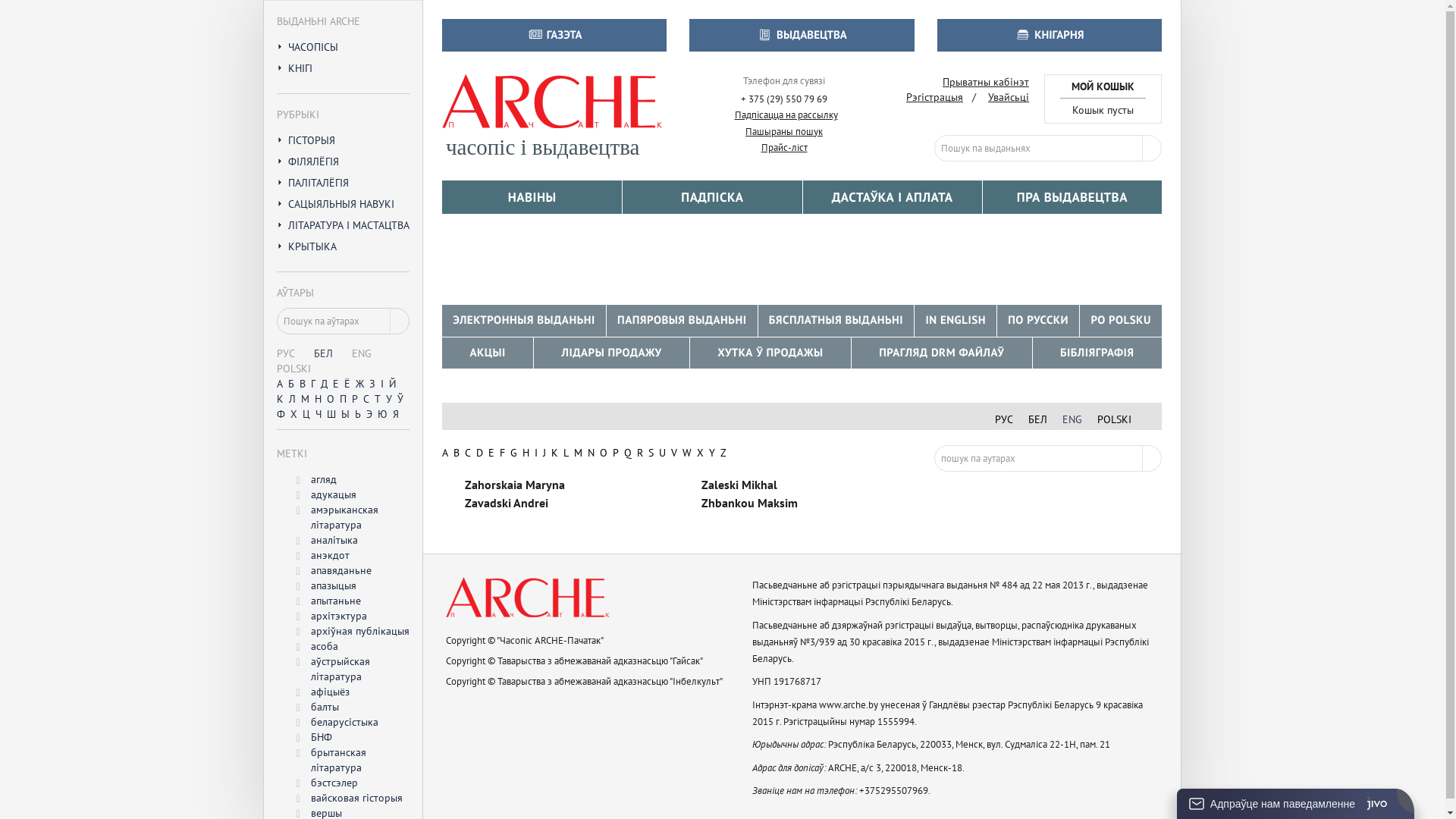 This screenshot has width=1456, height=819. Describe the element at coordinates (444, 452) in the screenshot. I see `'A'` at that location.